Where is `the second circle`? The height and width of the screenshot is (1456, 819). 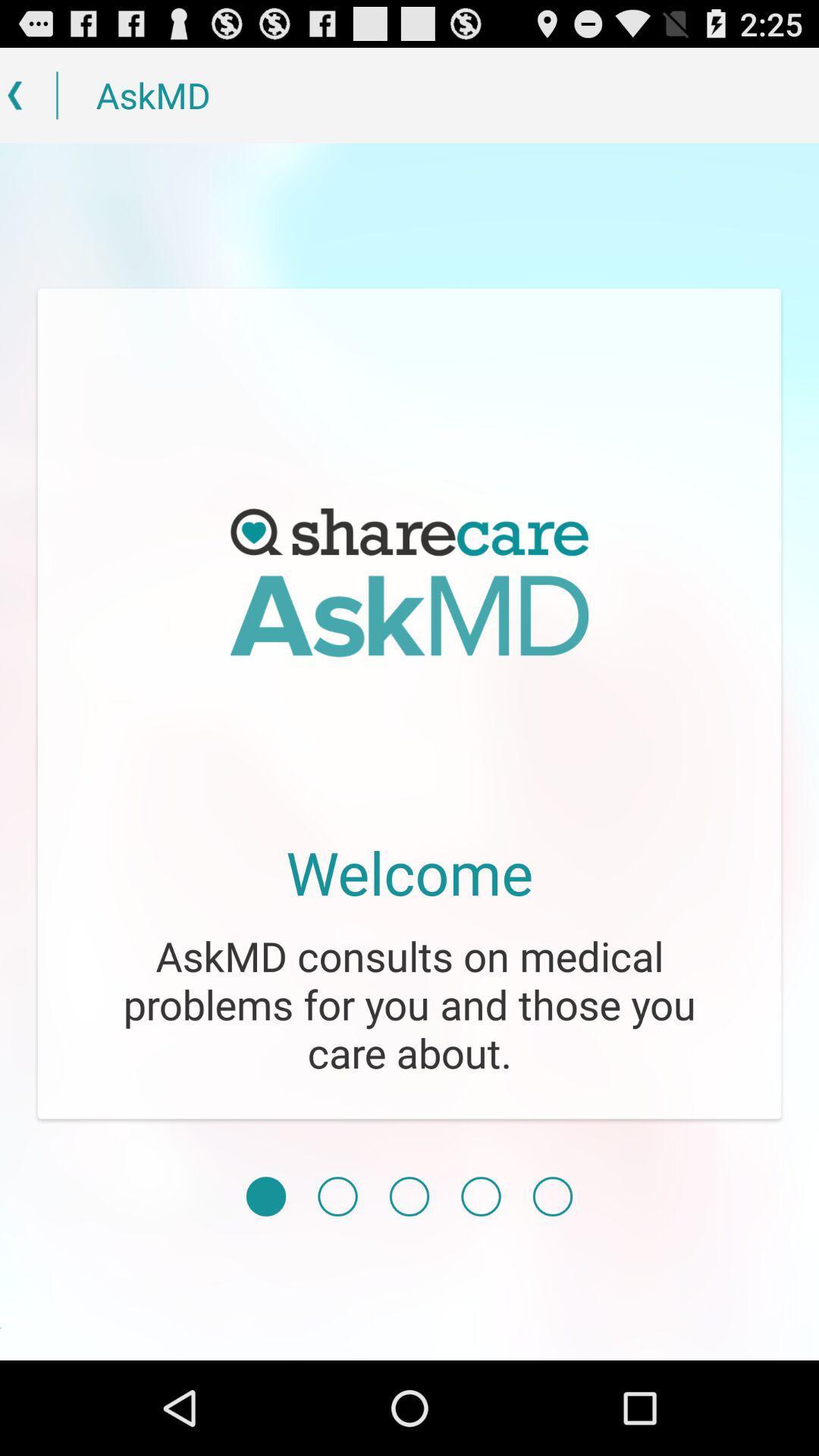 the second circle is located at coordinates (337, 1196).